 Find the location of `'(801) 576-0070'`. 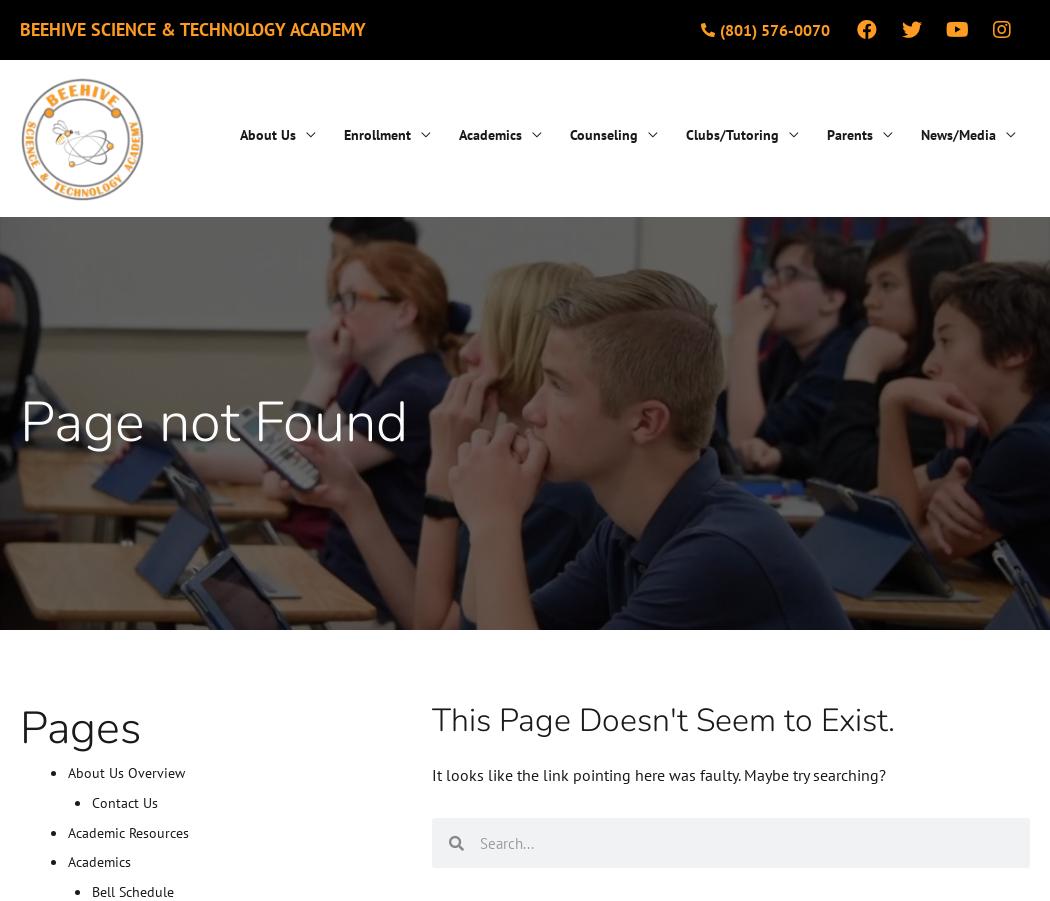

'(801) 576-0070' is located at coordinates (773, 28).